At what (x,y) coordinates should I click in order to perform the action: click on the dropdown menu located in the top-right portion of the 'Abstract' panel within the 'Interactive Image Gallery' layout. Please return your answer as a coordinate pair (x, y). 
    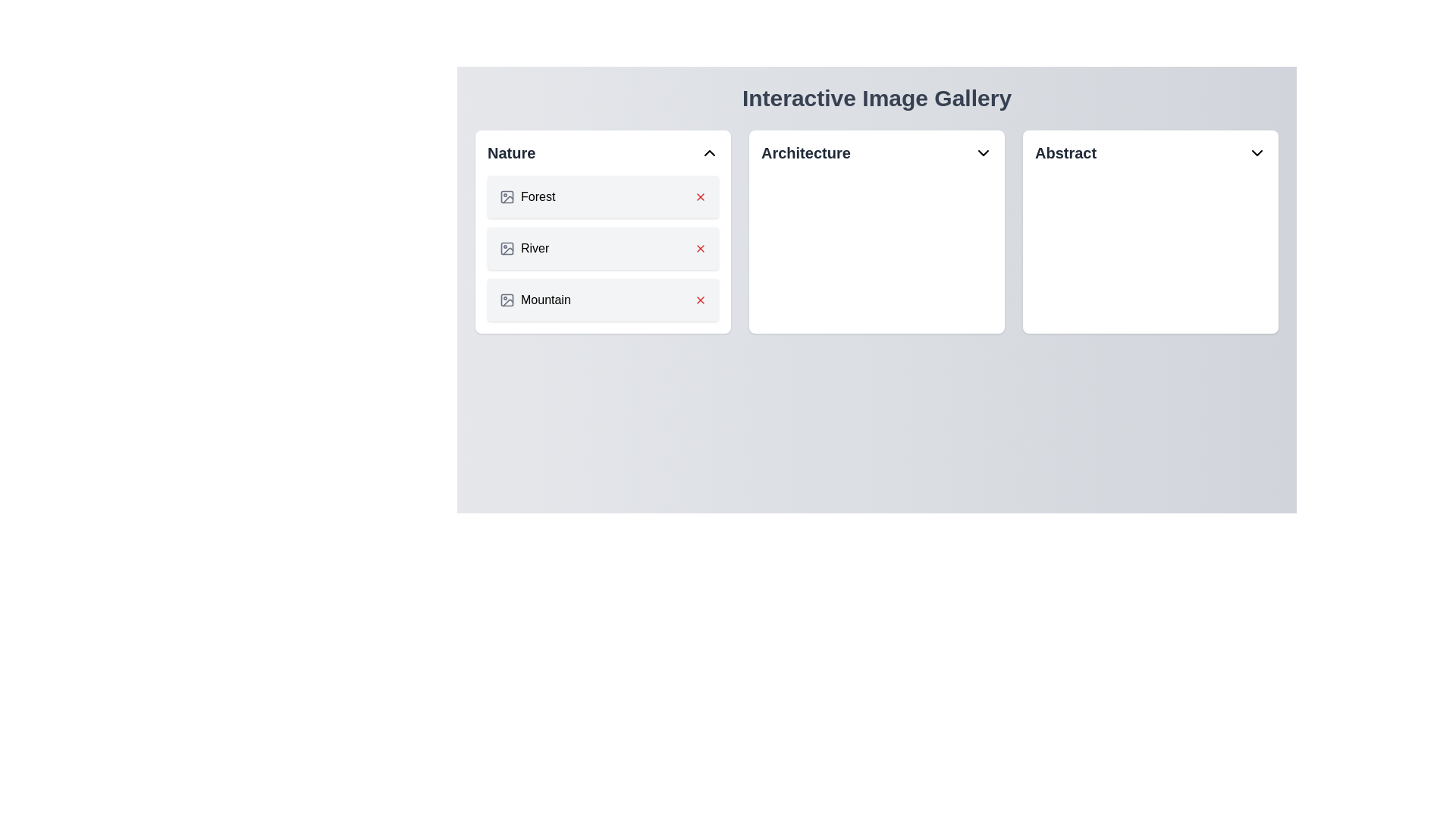
    Looking at the image, I should click on (1150, 152).